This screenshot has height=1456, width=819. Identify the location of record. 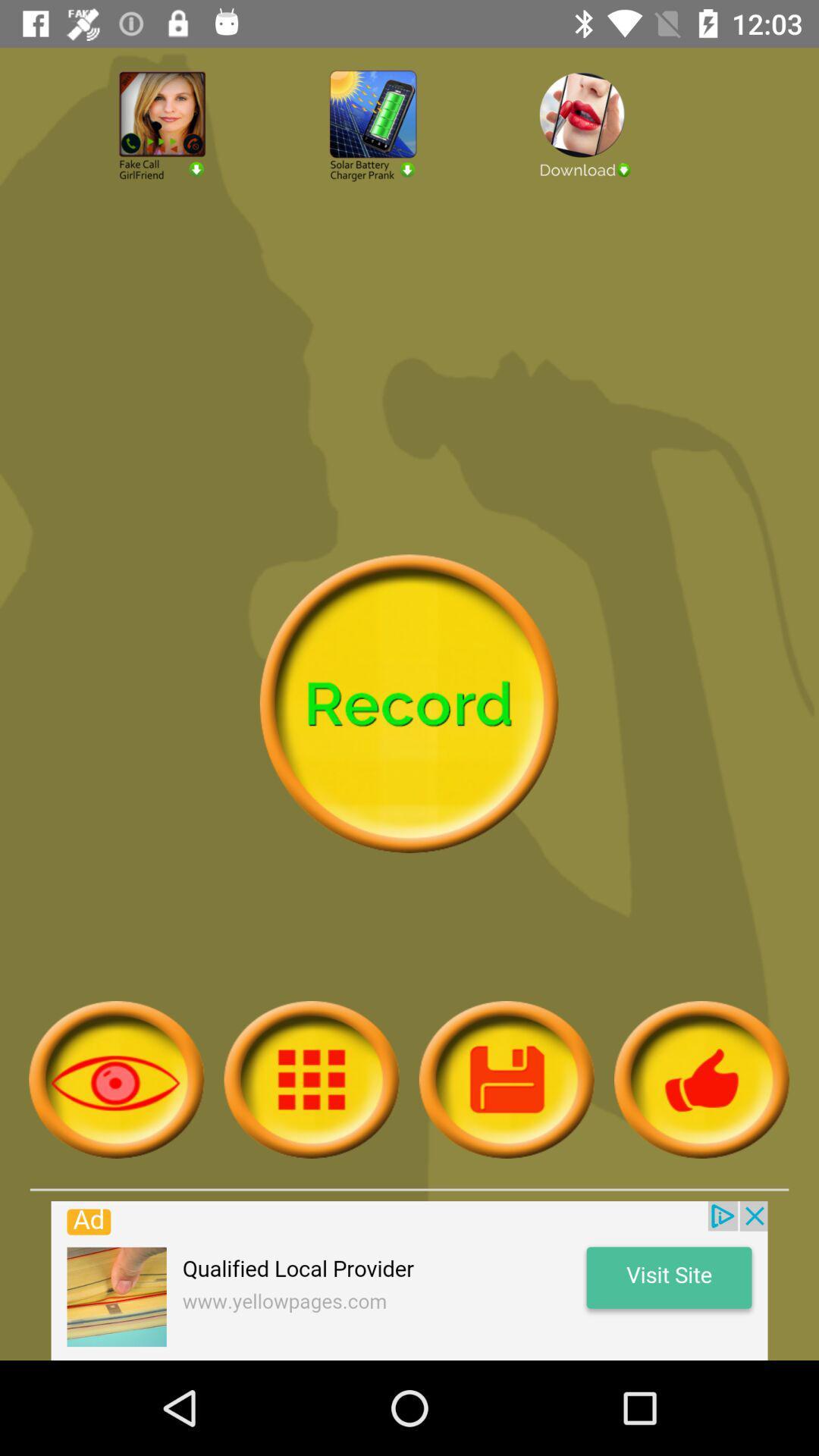
(408, 703).